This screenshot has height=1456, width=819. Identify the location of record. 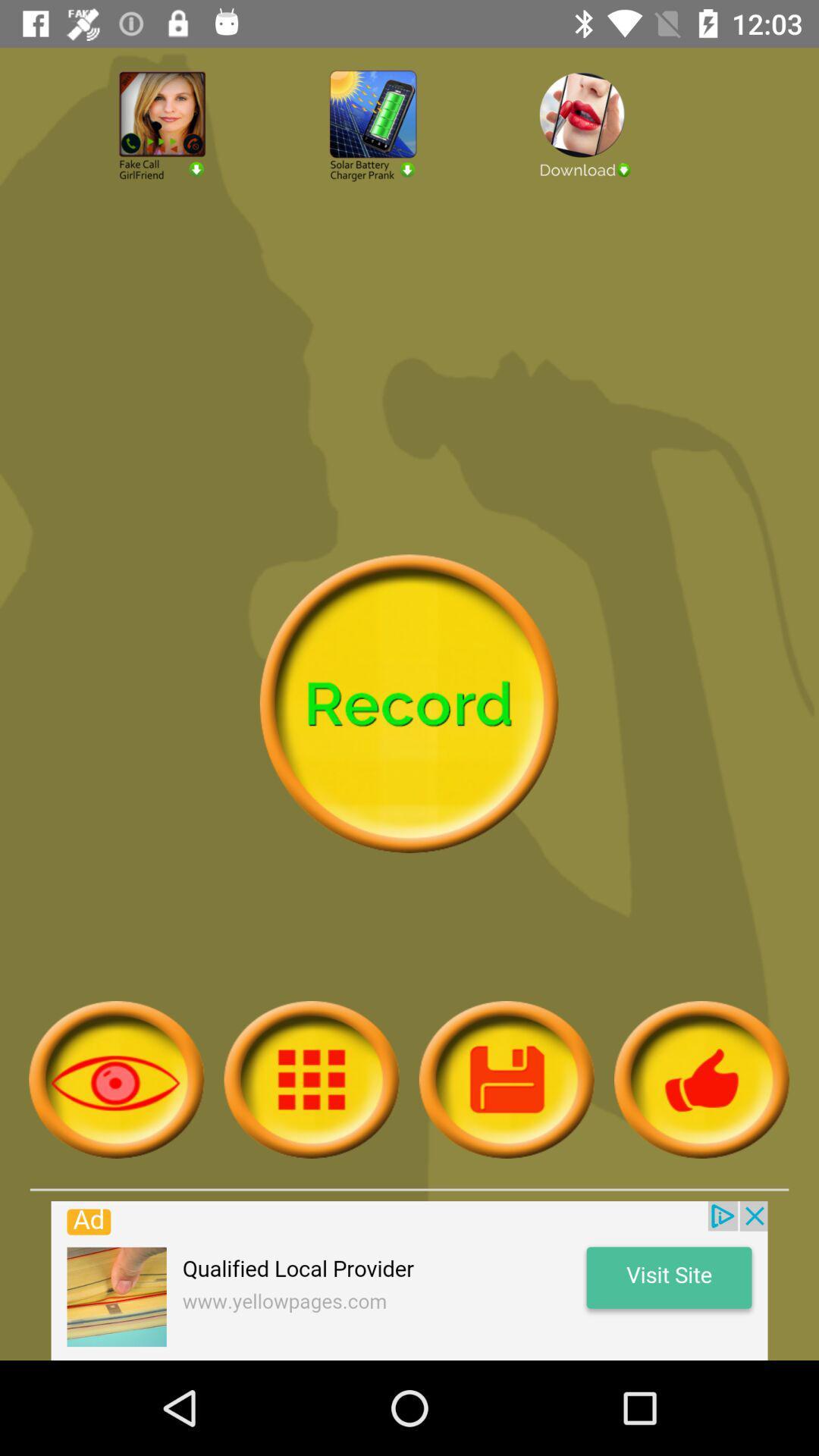
(408, 703).